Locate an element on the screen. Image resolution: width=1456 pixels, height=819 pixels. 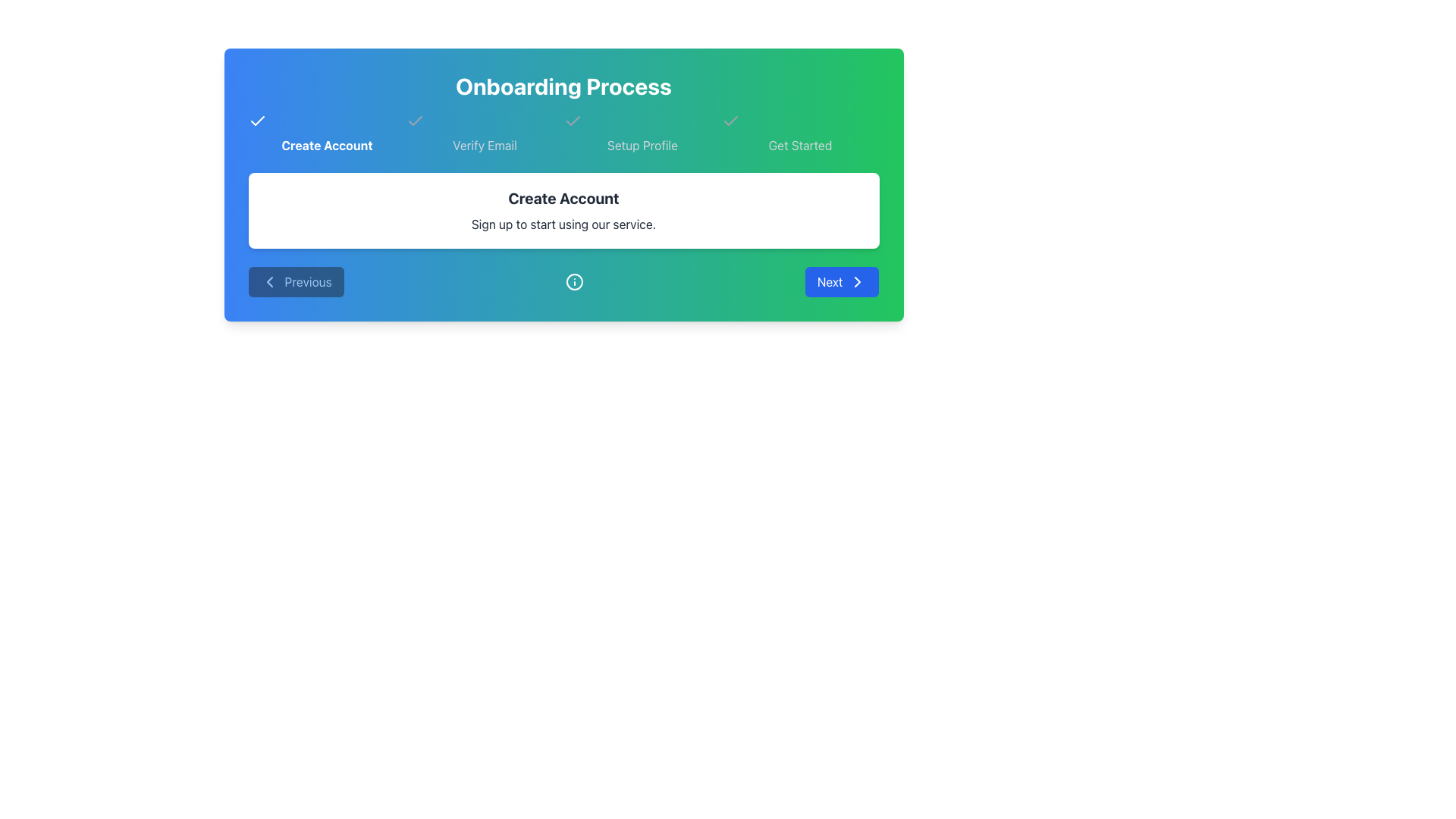
the chevron-shaped icon inside the blue 'Next' button located at the bottom right of the interface is located at coordinates (858, 281).